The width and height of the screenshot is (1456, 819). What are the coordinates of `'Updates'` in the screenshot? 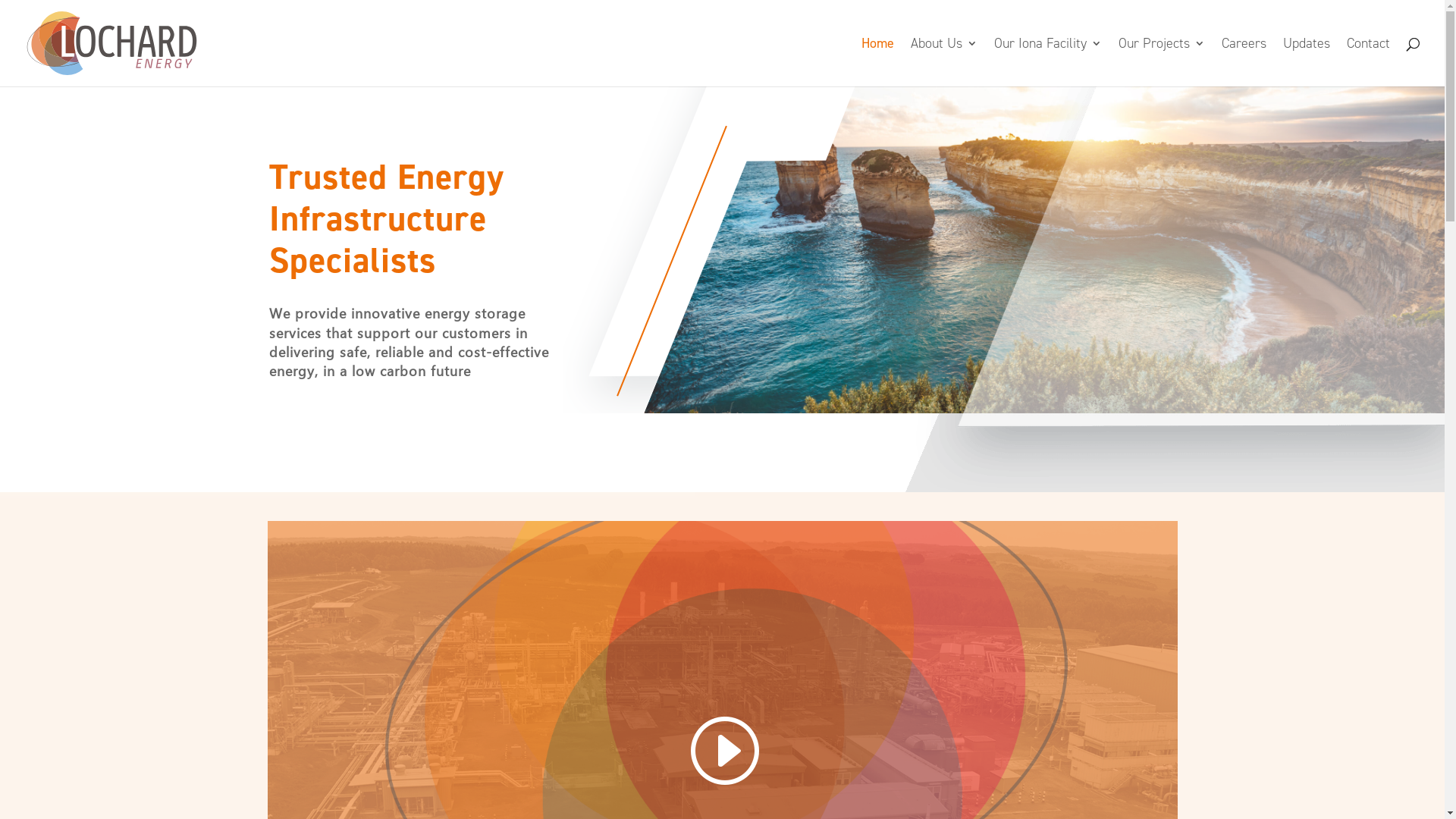 It's located at (1282, 61).